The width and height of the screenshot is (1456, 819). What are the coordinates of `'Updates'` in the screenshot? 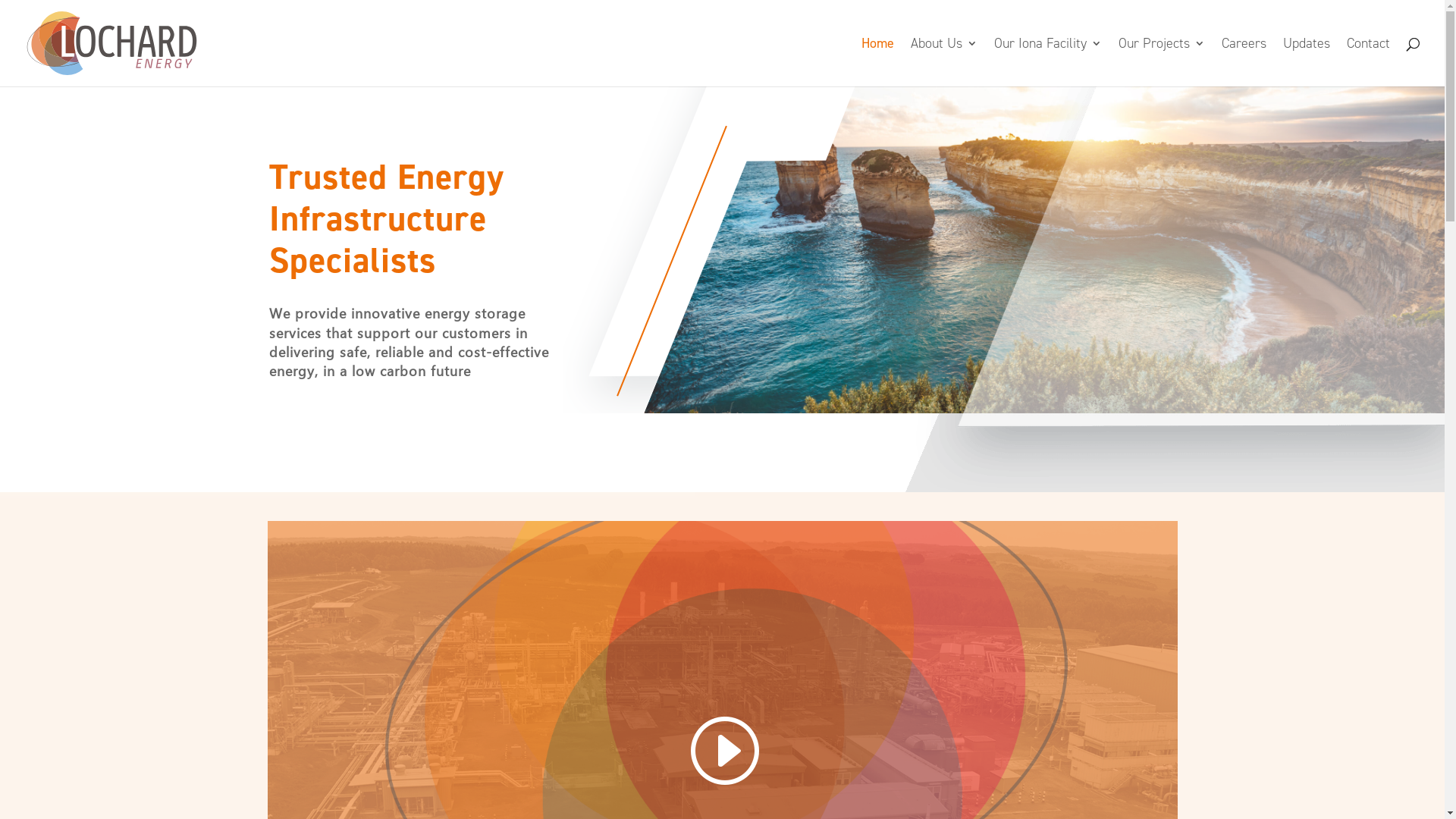 It's located at (1282, 61).